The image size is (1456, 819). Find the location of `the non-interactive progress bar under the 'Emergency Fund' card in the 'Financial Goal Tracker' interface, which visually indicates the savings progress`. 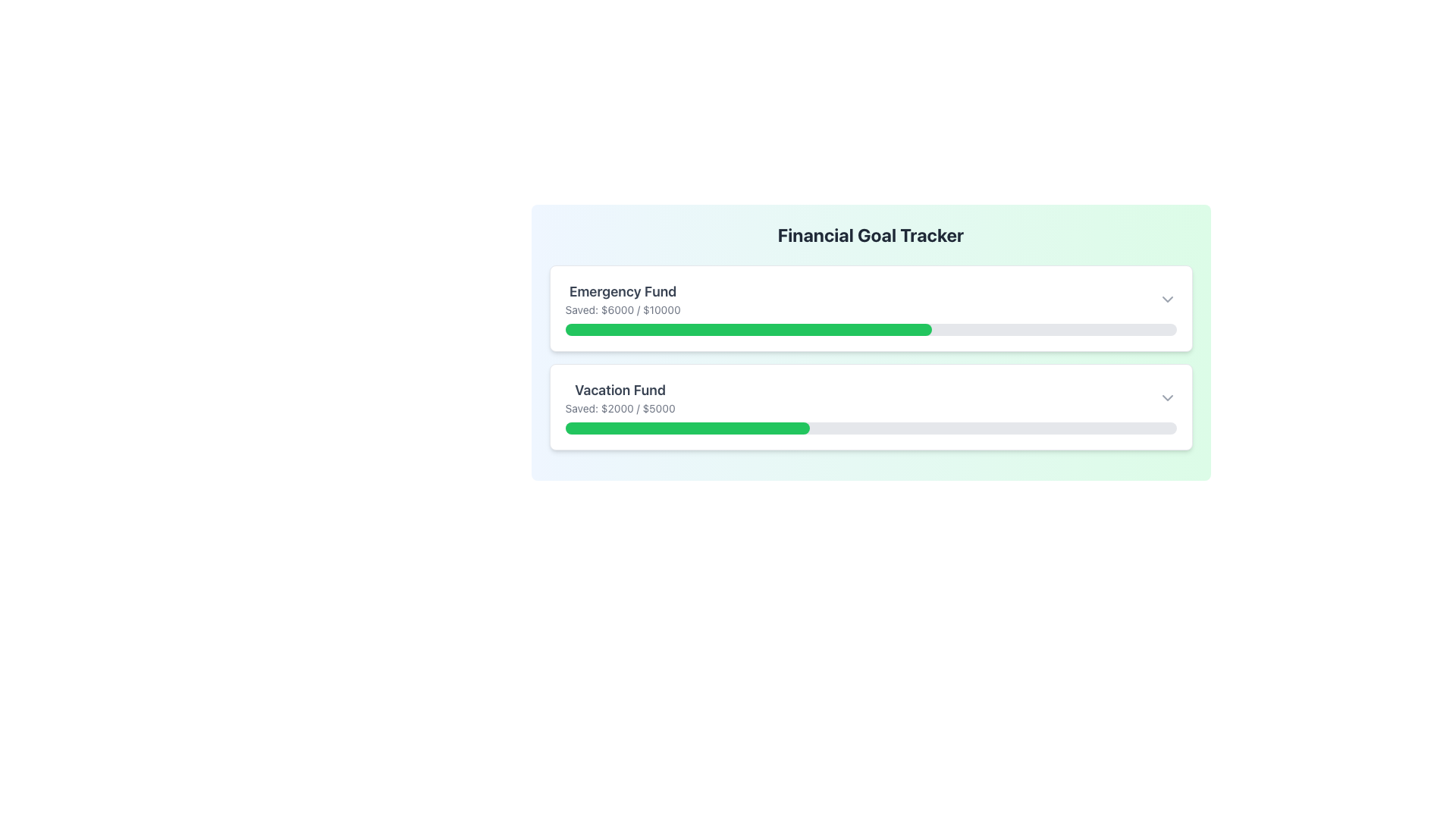

the non-interactive progress bar under the 'Emergency Fund' card in the 'Financial Goal Tracker' interface, which visually indicates the savings progress is located at coordinates (871, 329).